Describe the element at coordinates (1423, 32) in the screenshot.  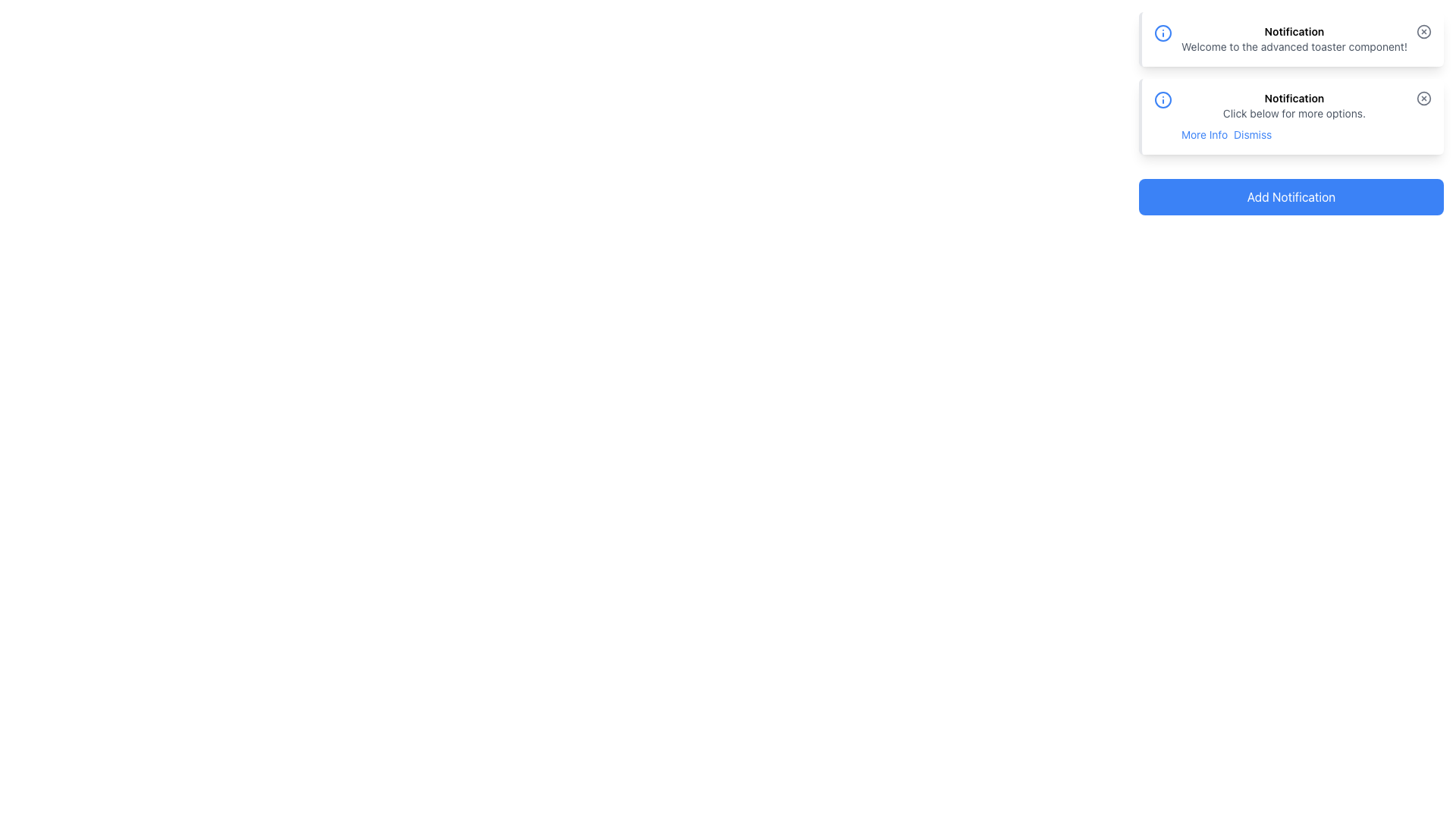
I see `the dismiss button located in the top-right corner of the notification card containing the title 'Notification' and the message 'Welcome to the advanced toaster component!'` at that location.